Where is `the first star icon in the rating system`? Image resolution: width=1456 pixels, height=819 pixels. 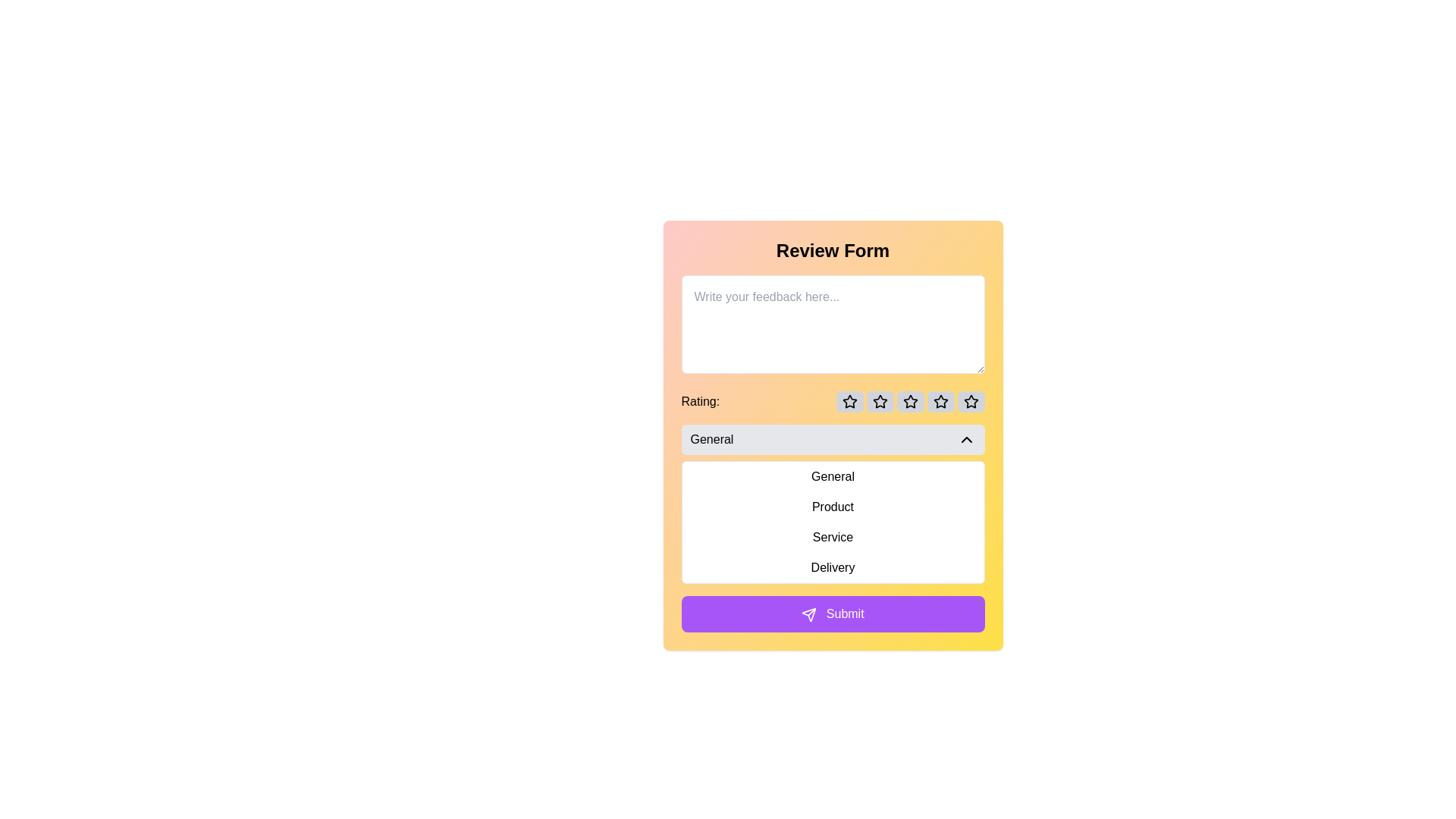
the first star icon in the rating system is located at coordinates (849, 400).